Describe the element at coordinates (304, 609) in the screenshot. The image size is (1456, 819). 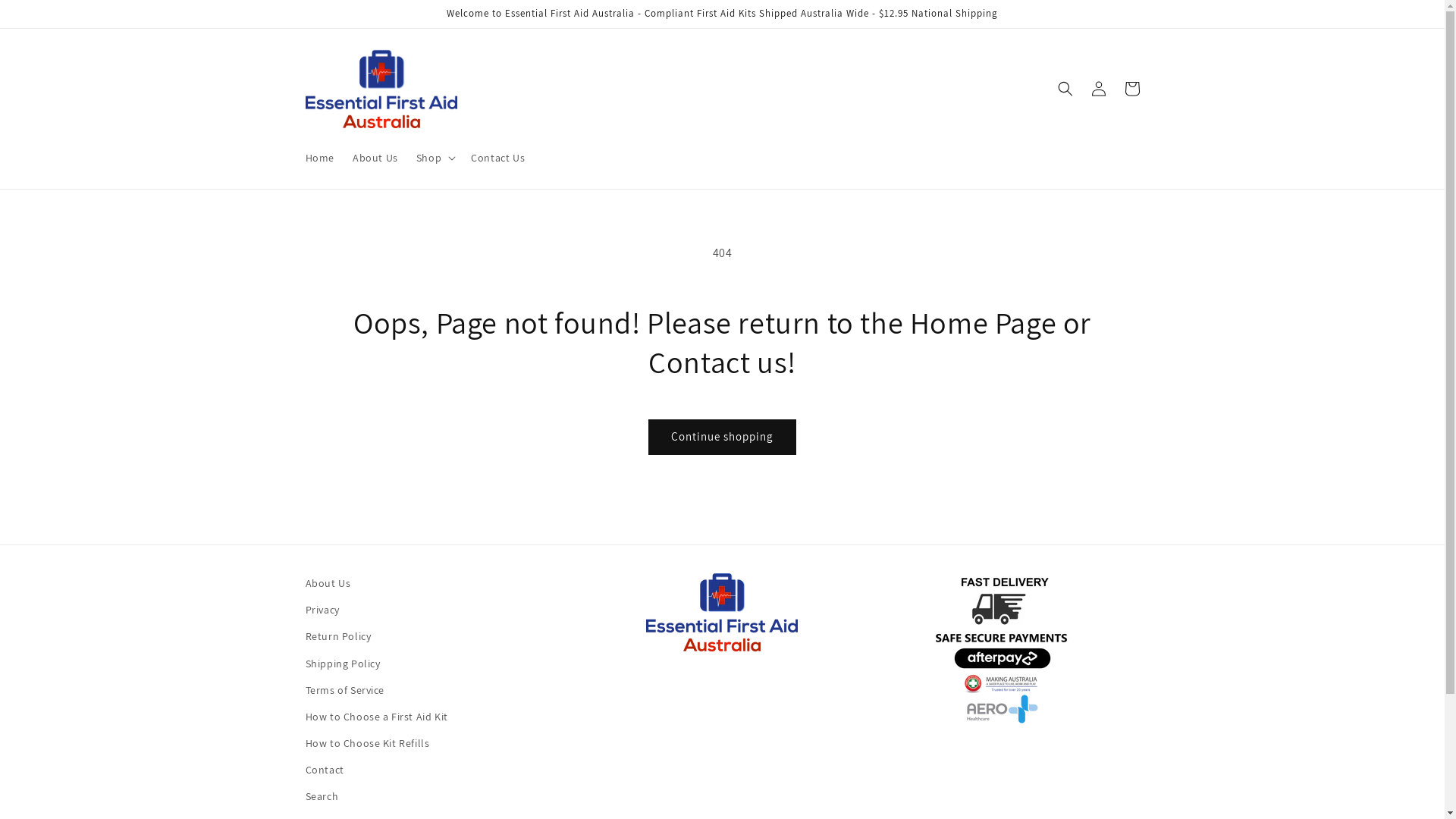
I see `'Privacy'` at that location.